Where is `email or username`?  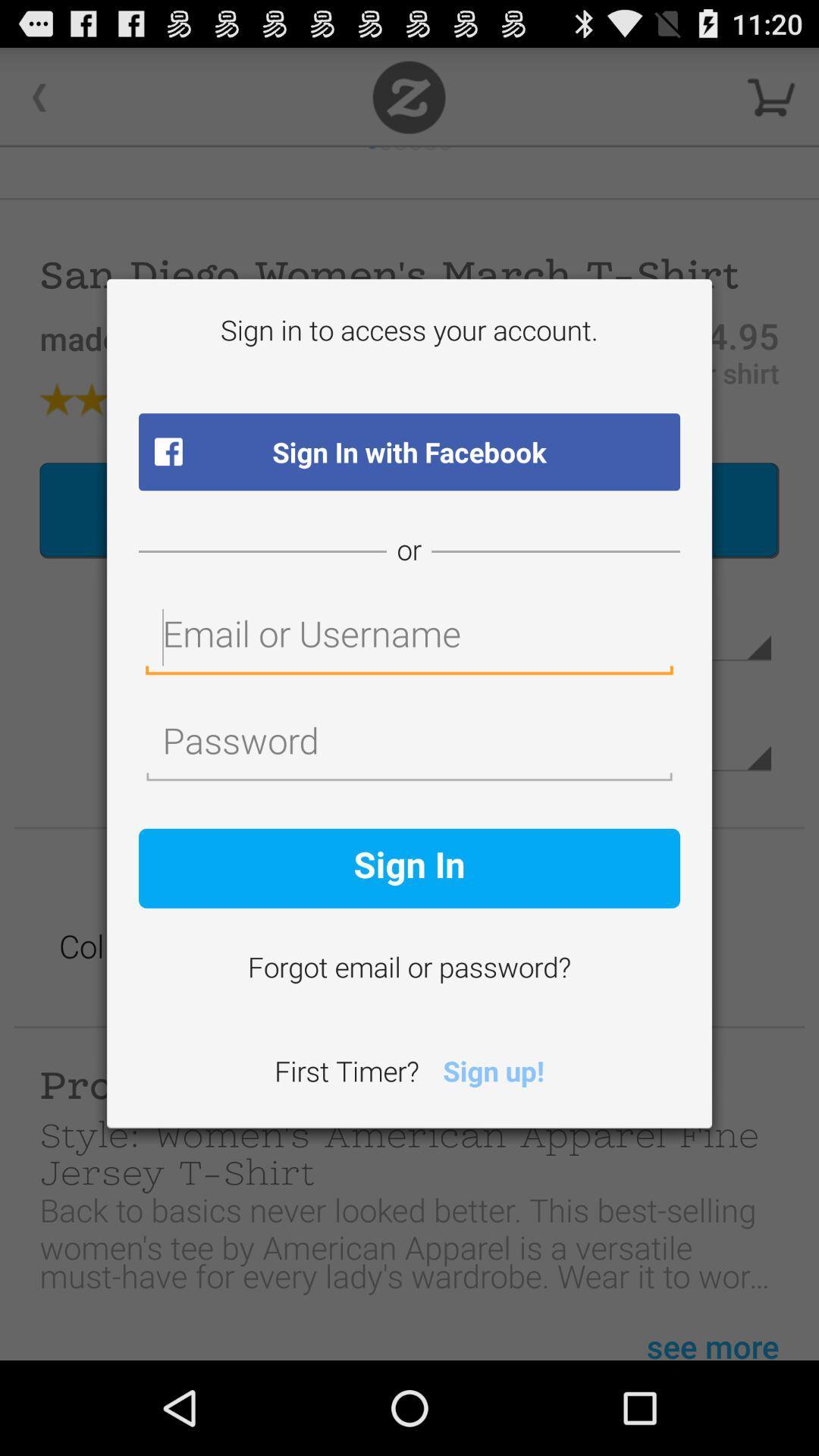
email or username is located at coordinates (409, 638).